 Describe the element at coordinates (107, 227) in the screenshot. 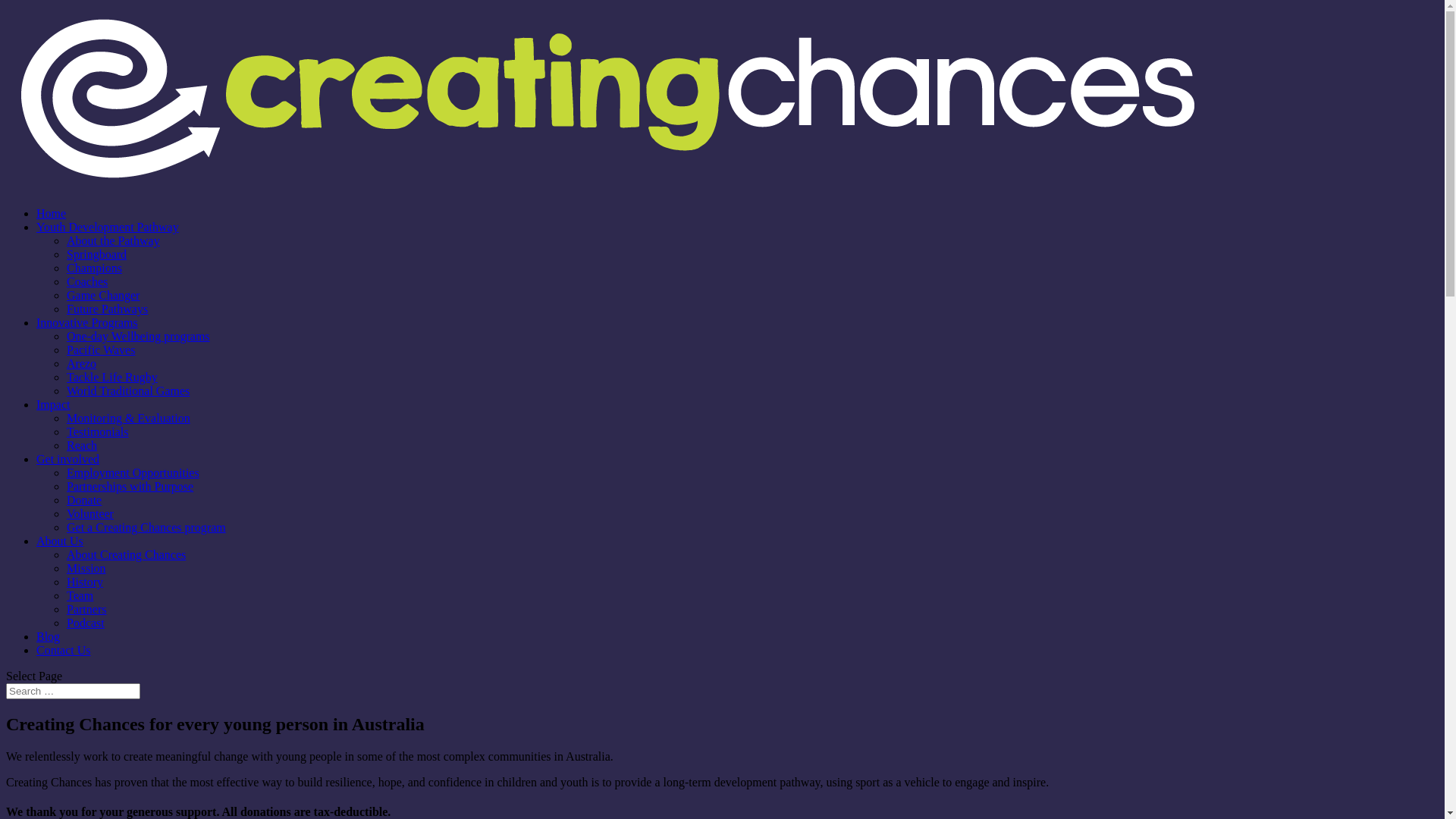

I see `'Youth Development Pathway'` at that location.